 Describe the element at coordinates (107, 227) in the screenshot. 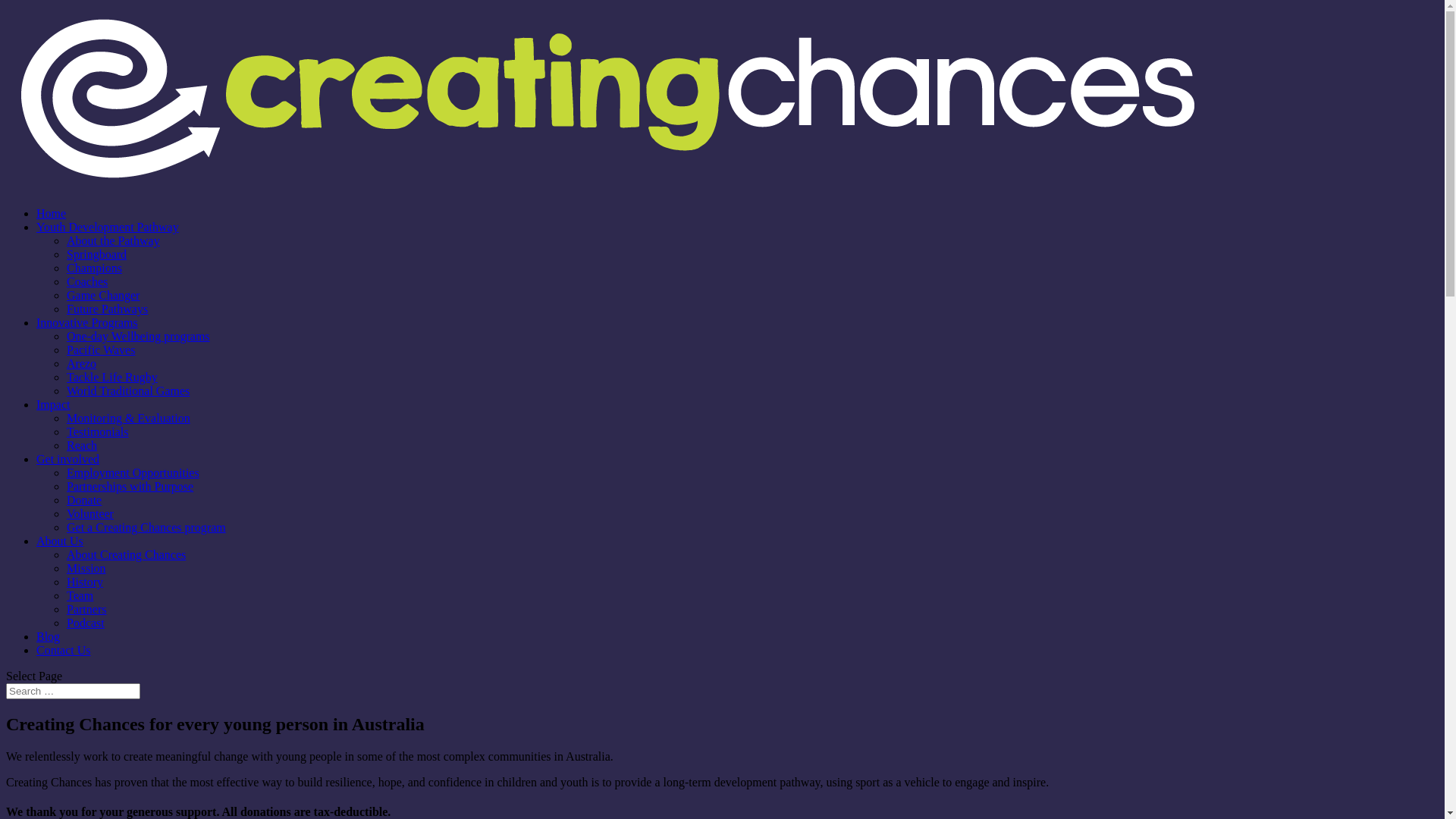

I see `'Youth Development Pathway'` at that location.